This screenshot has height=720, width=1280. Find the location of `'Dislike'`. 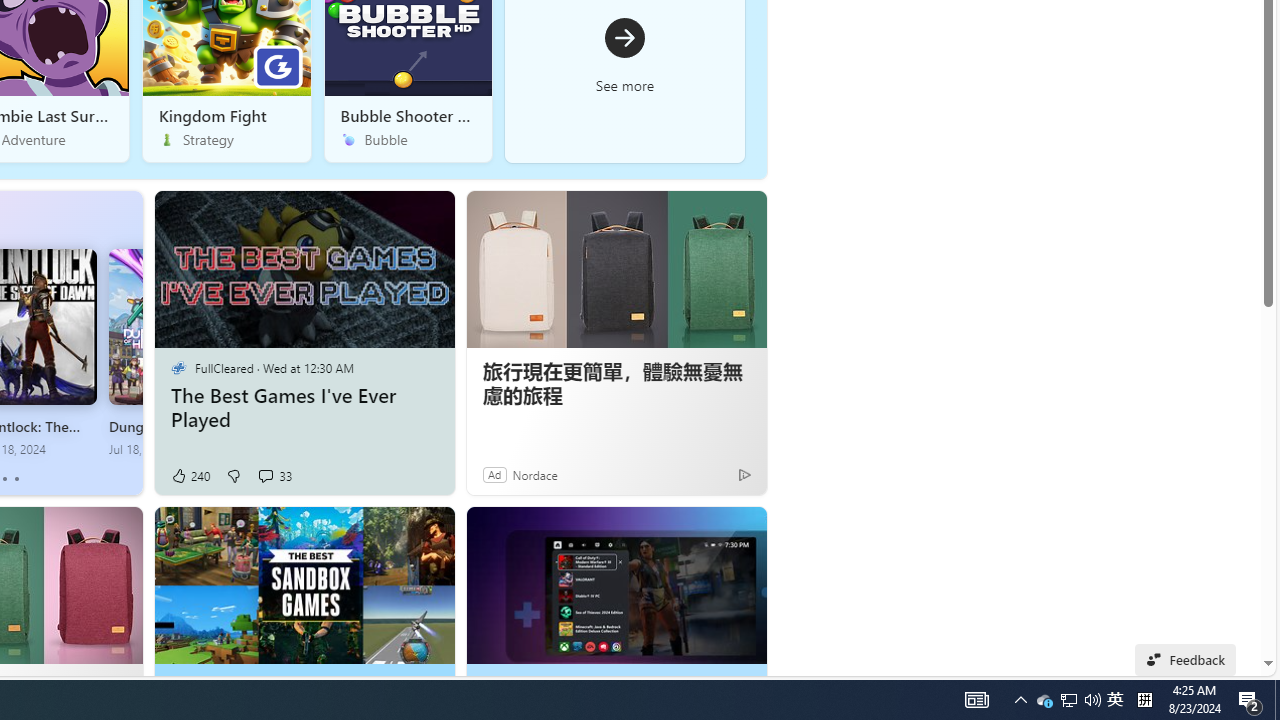

'Dislike' is located at coordinates (233, 475).